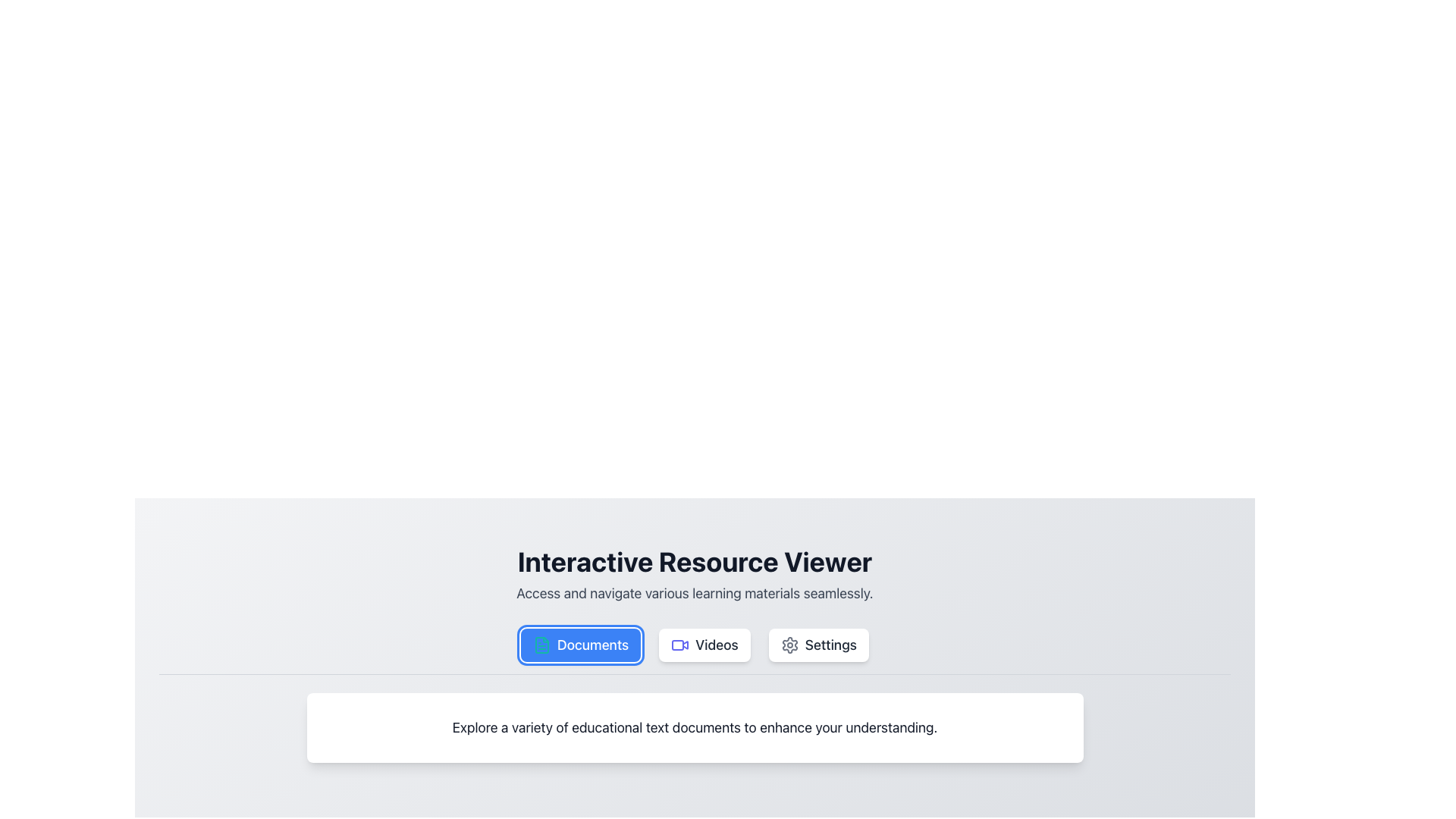 This screenshot has width=1456, height=819. I want to click on the text block containing 'Access and navigate various learning materials seamlessly.' which is positioned below the title 'Interactive Resource Viewer.', so click(694, 593).